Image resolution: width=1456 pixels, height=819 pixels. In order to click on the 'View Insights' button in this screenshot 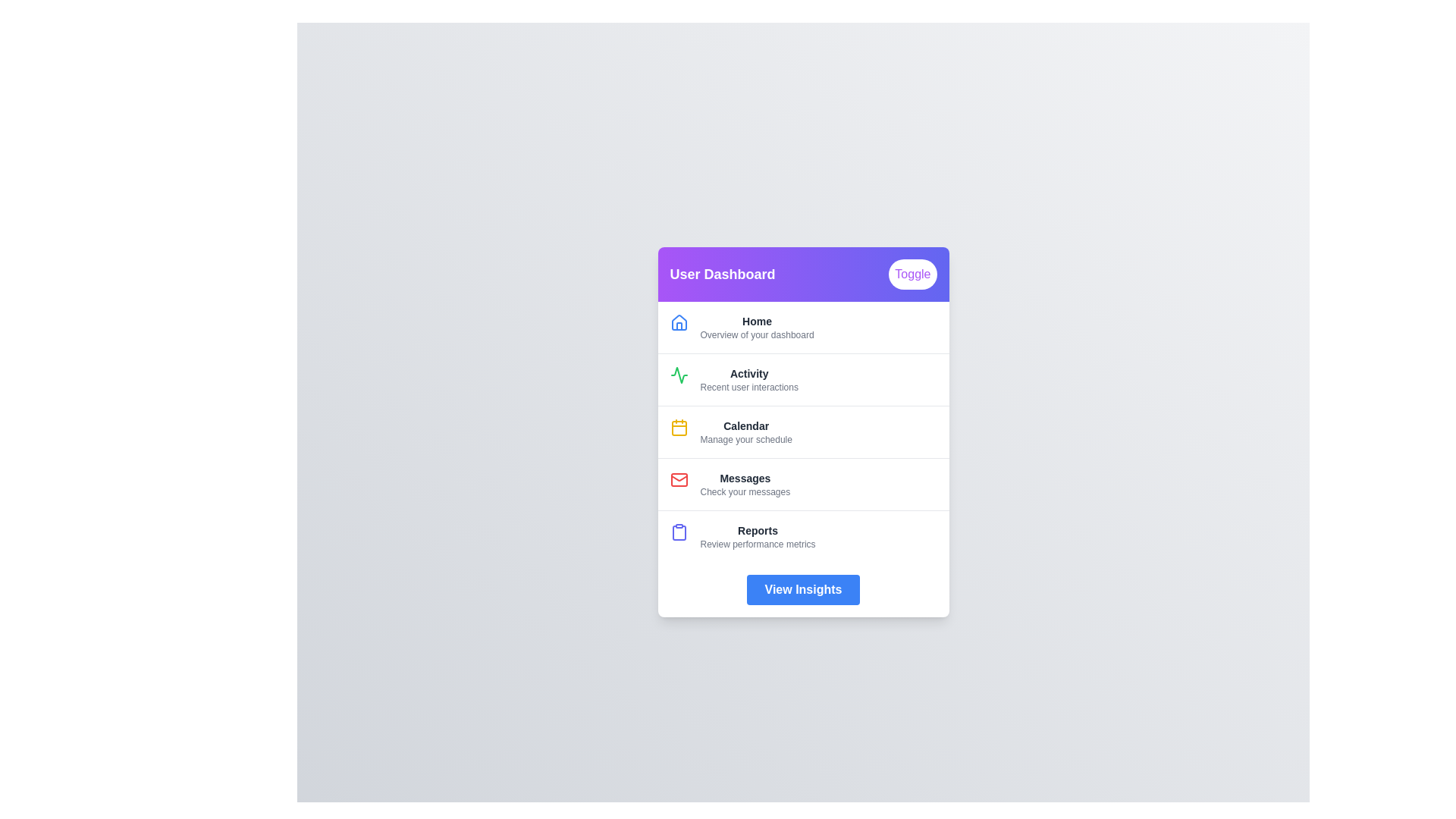, I will do `click(802, 589)`.